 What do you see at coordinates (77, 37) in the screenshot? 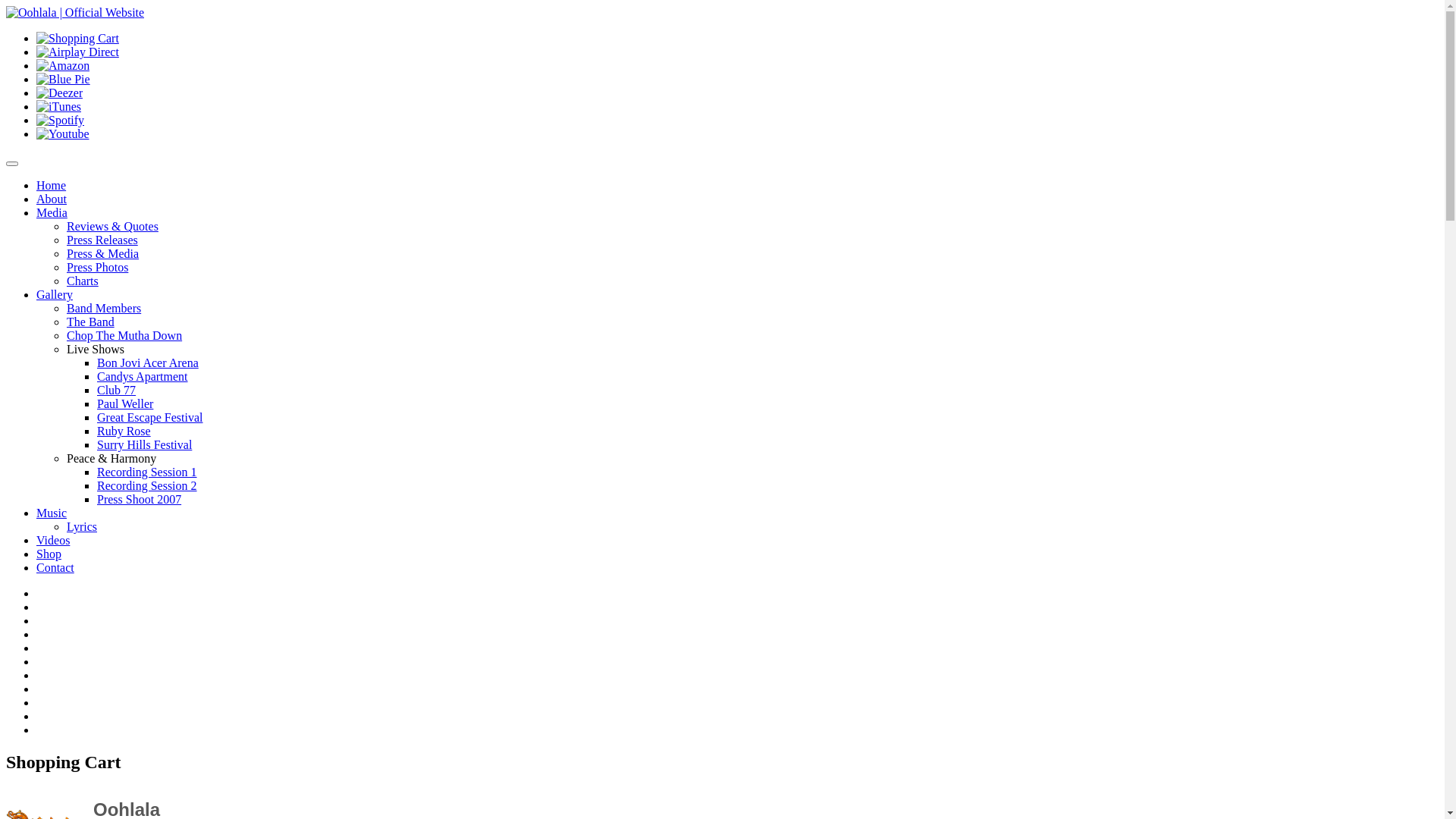
I see `'Shopping Cart'` at bounding box center [77, 37].